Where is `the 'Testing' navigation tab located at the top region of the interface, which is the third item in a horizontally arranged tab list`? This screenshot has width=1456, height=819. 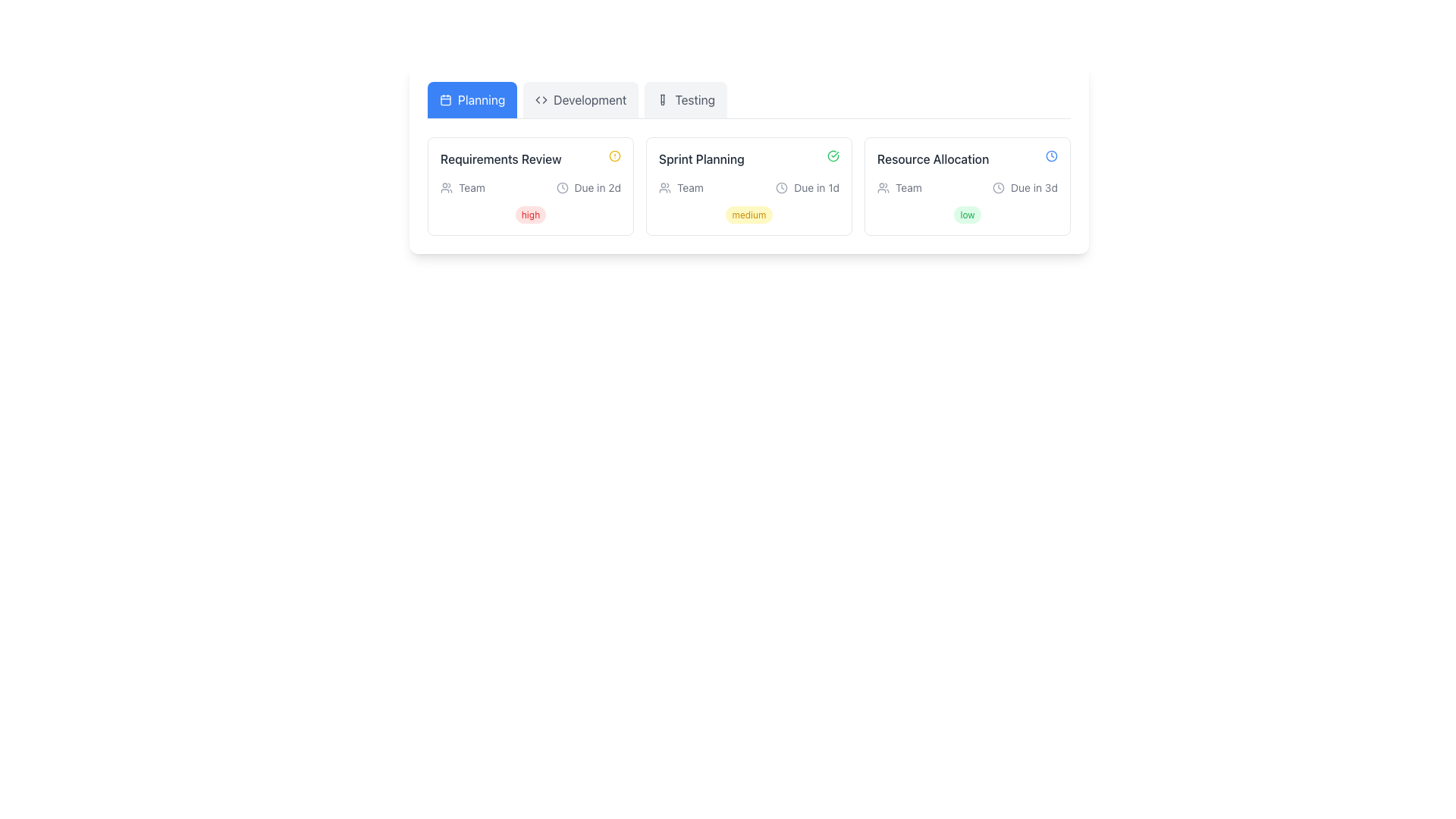
the 'Testing' navigation tab located at the top region of the interface, which is the third item in a horizontally arranged tab list is located at coordinates (685, 99).